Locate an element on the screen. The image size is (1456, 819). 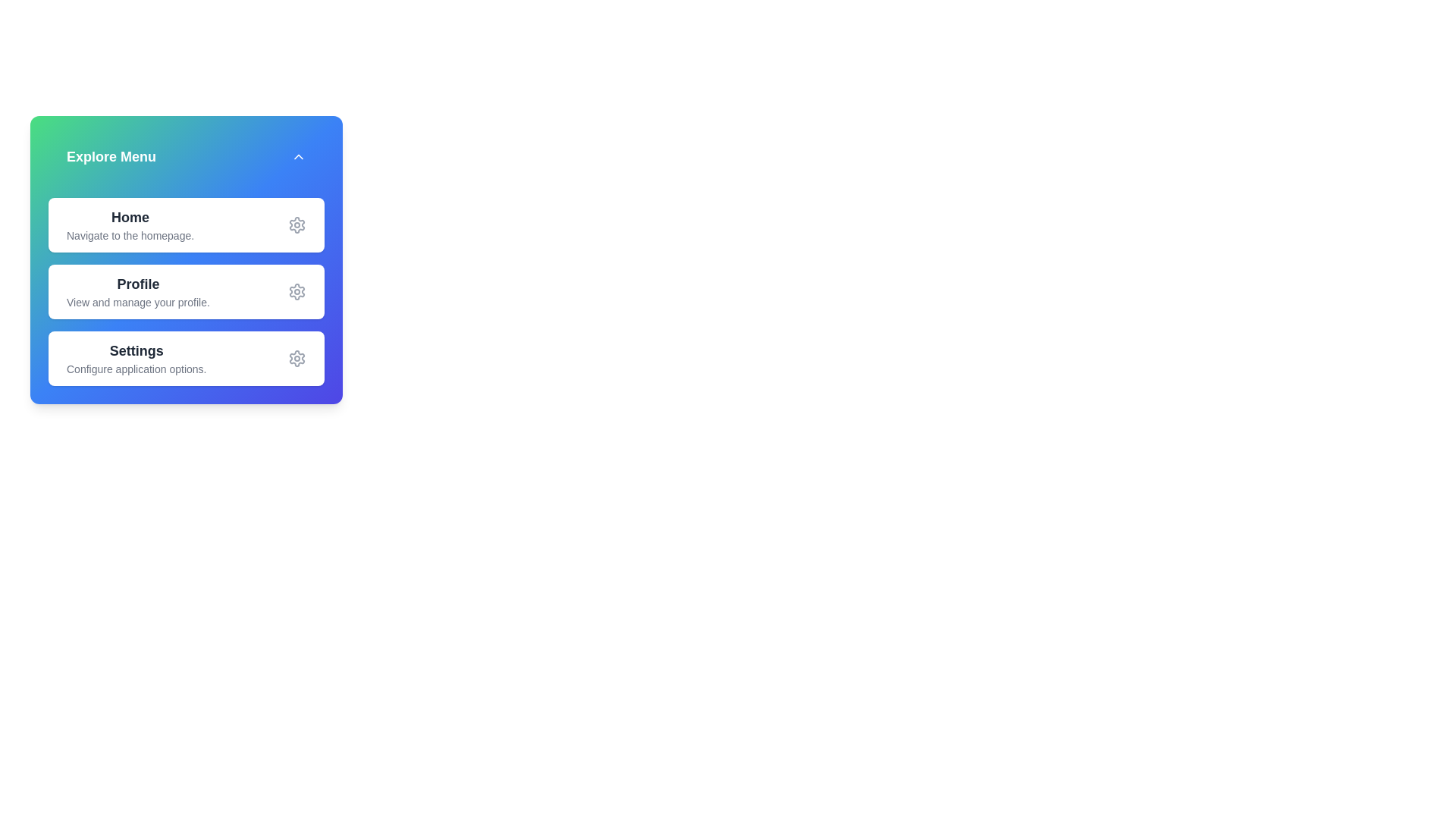
the description of the menu item Settings is located at coordinates (136, 359).